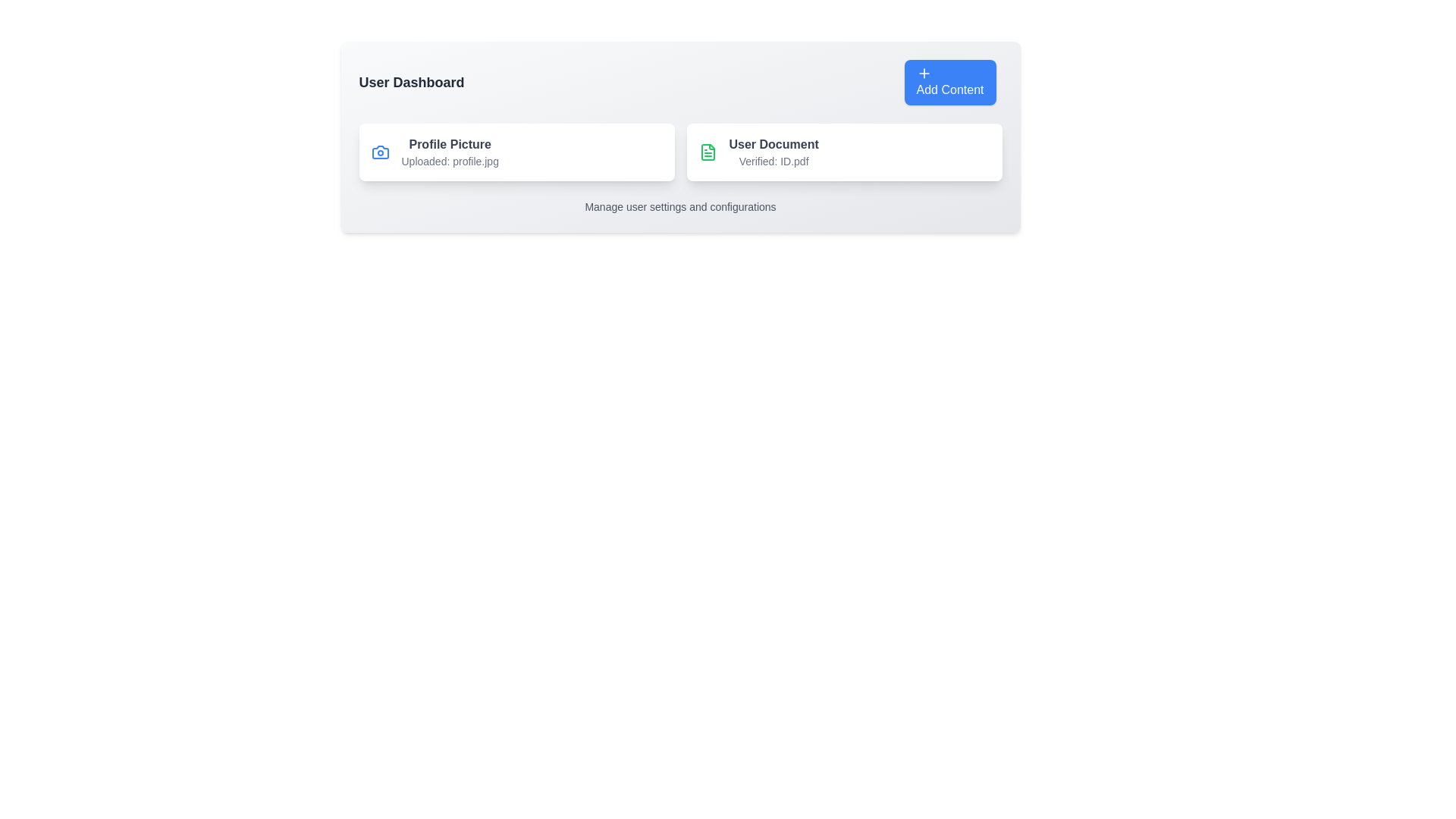  What do you see at coordinates (949, 82) in the screenshot?
I see `the blue button located in the upper right corner of the user interface to activate the hover effect` at bounding box center [949, 82].